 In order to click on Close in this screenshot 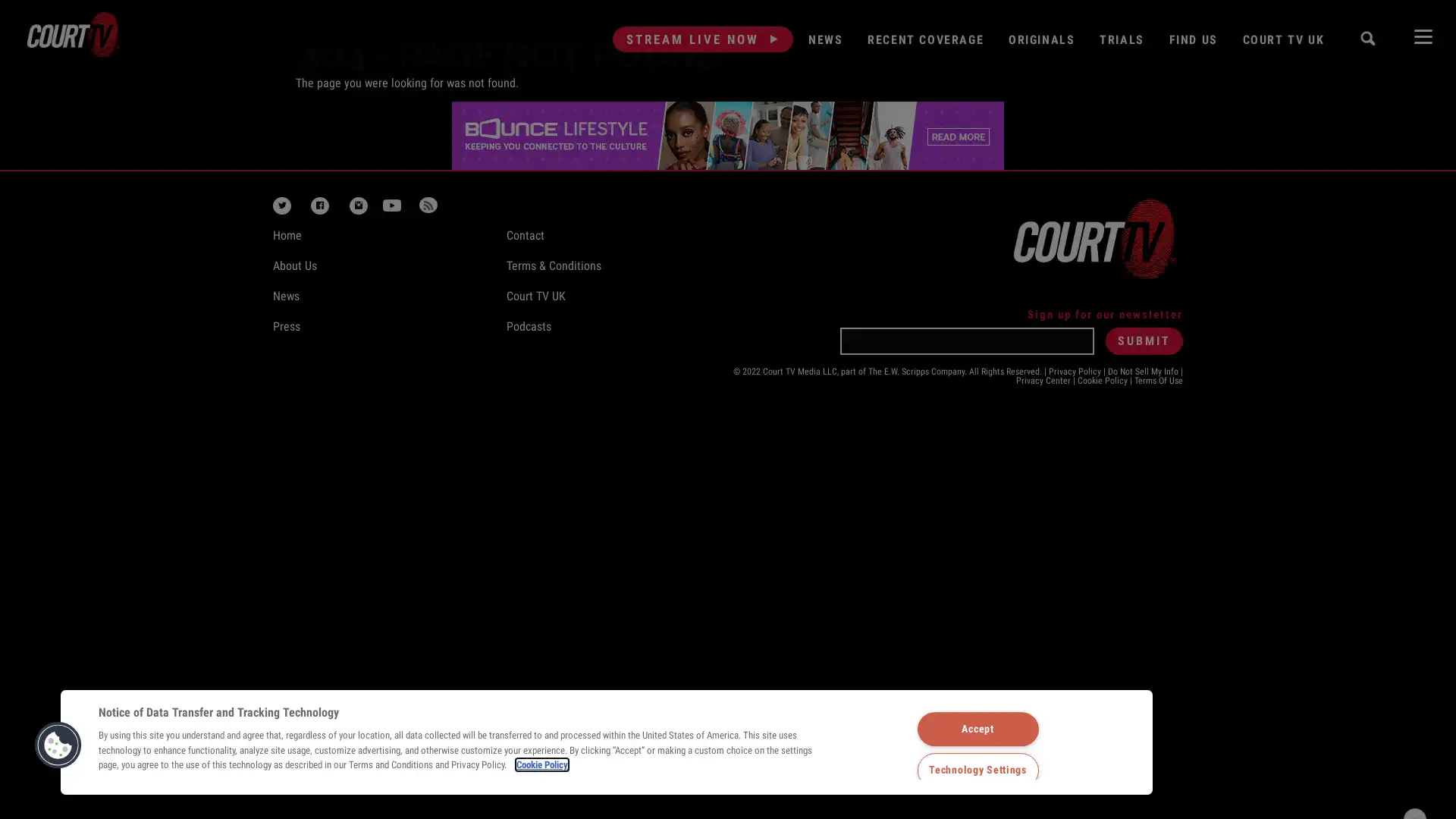, I will do `click(1414, 739)`.